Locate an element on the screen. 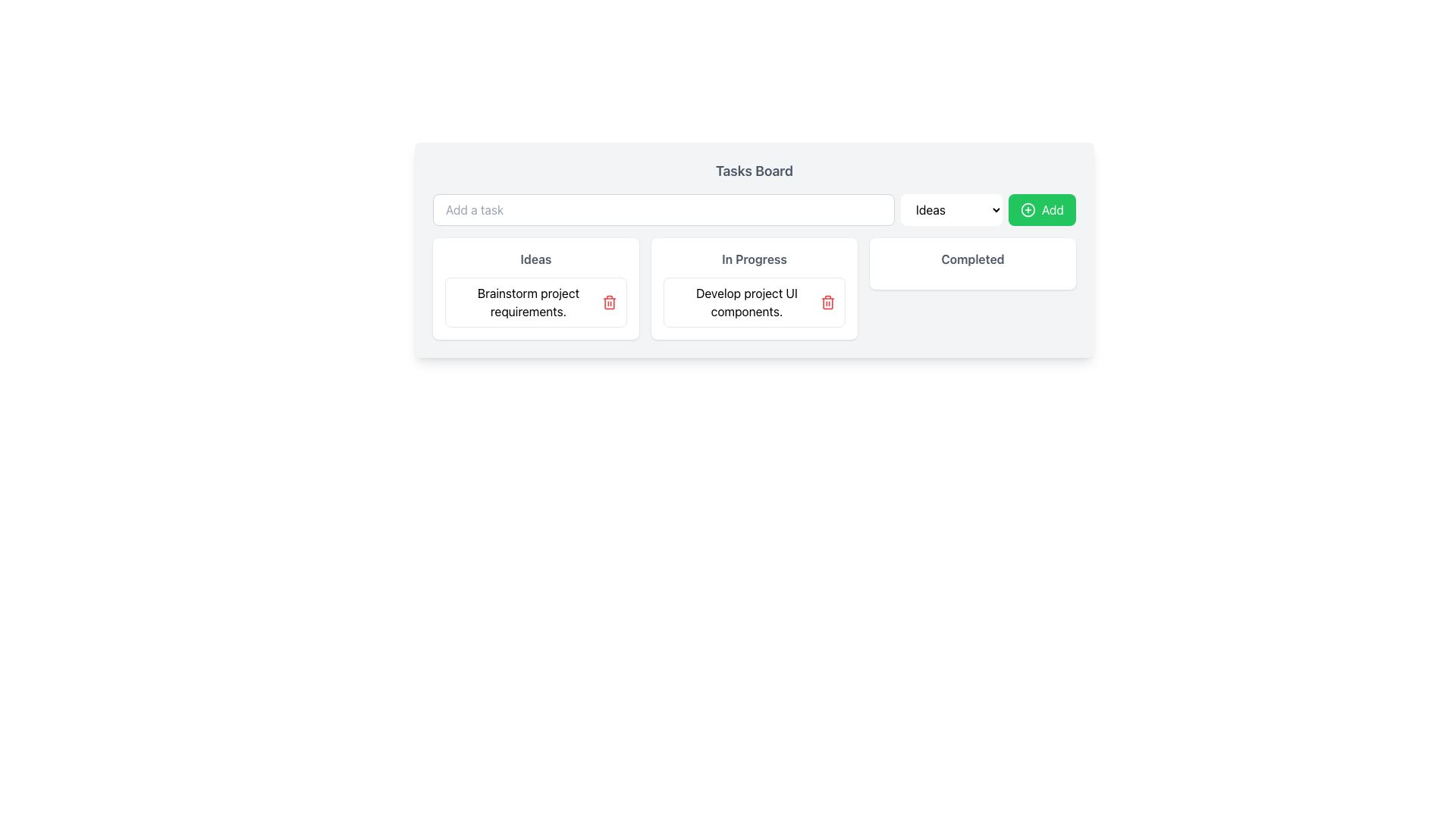 This screenshot has height=819, width=1456. text from the 'Tasks Board' label, which is a bold gray text element located at the top center of its section is located at coordinates (754, 171).